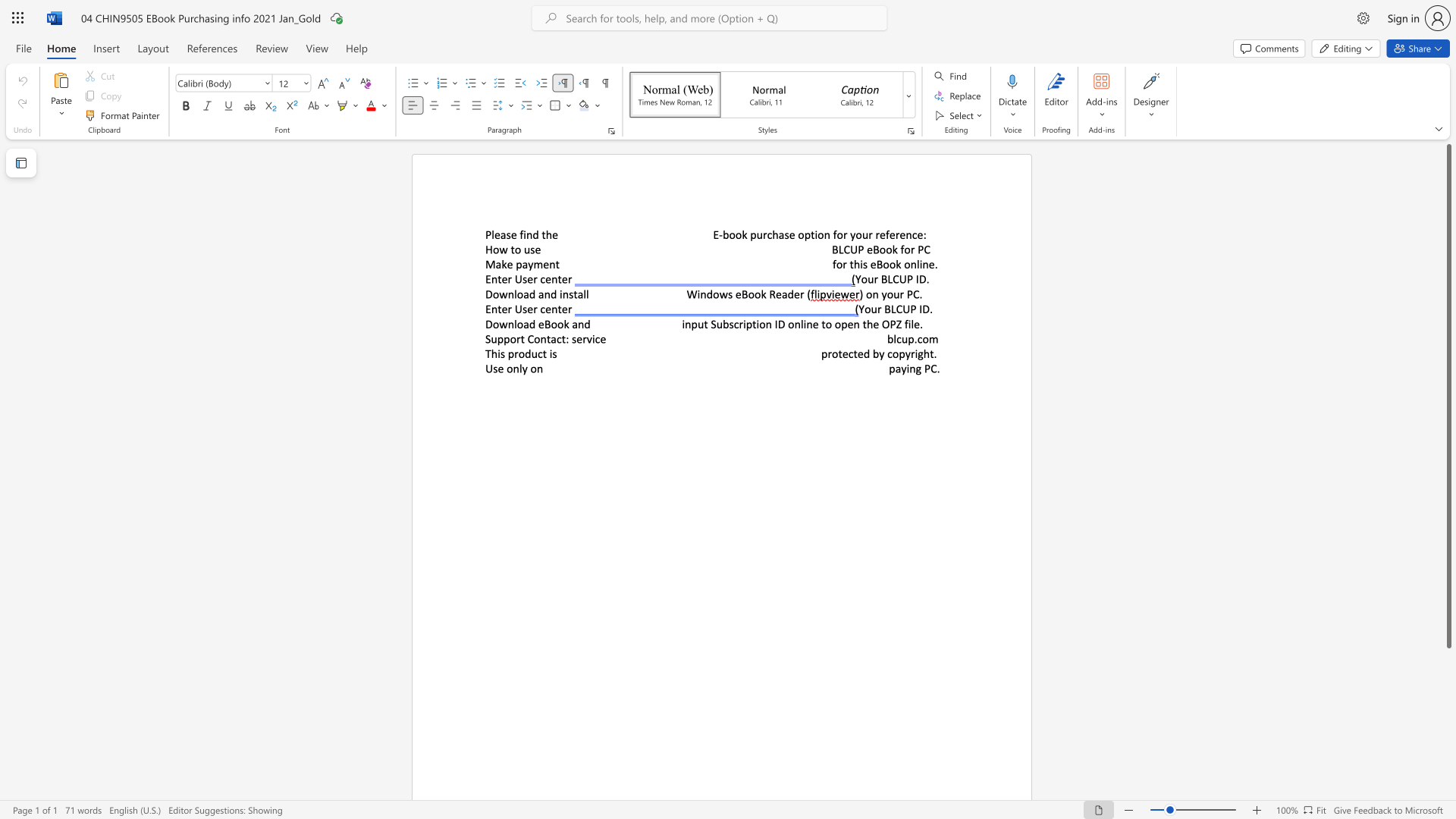  Describe the element at coordinates (861, 249) in the screenshot. I see `the 1th character "P" in the text` at that location.